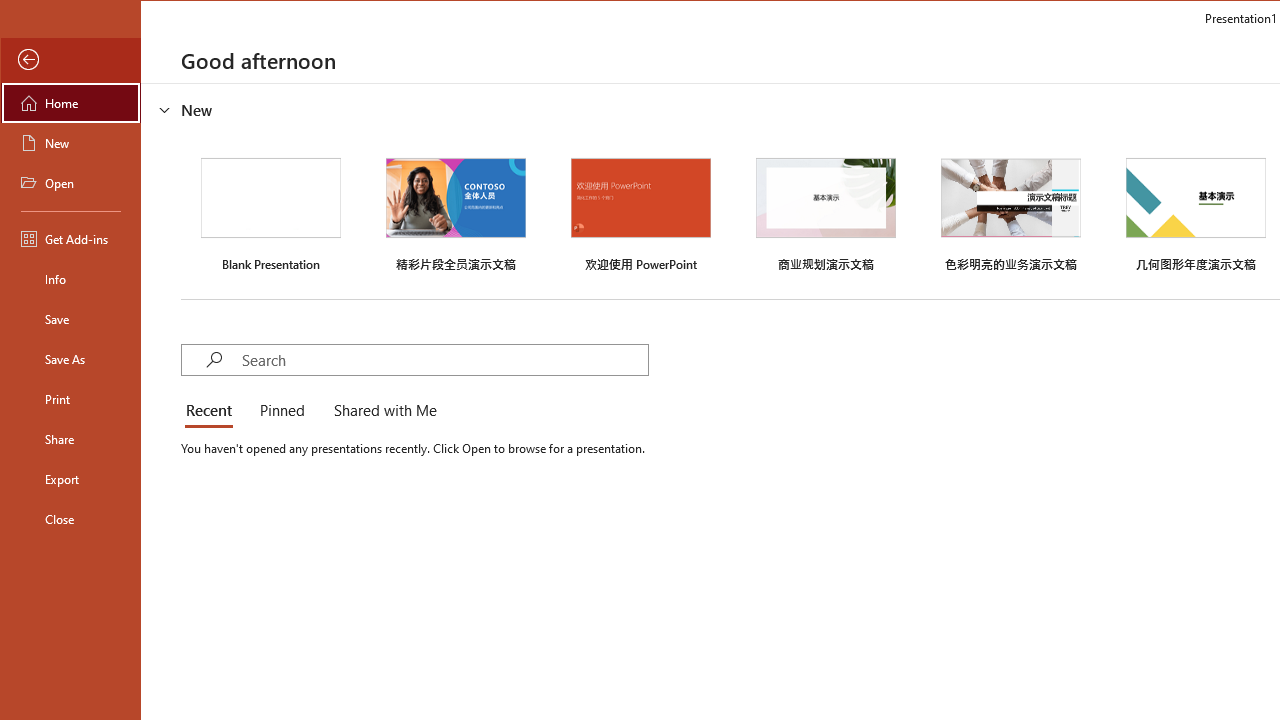 The image size is (1280, 720). I want to click on 'Get Add-ins', so click(71, 238).